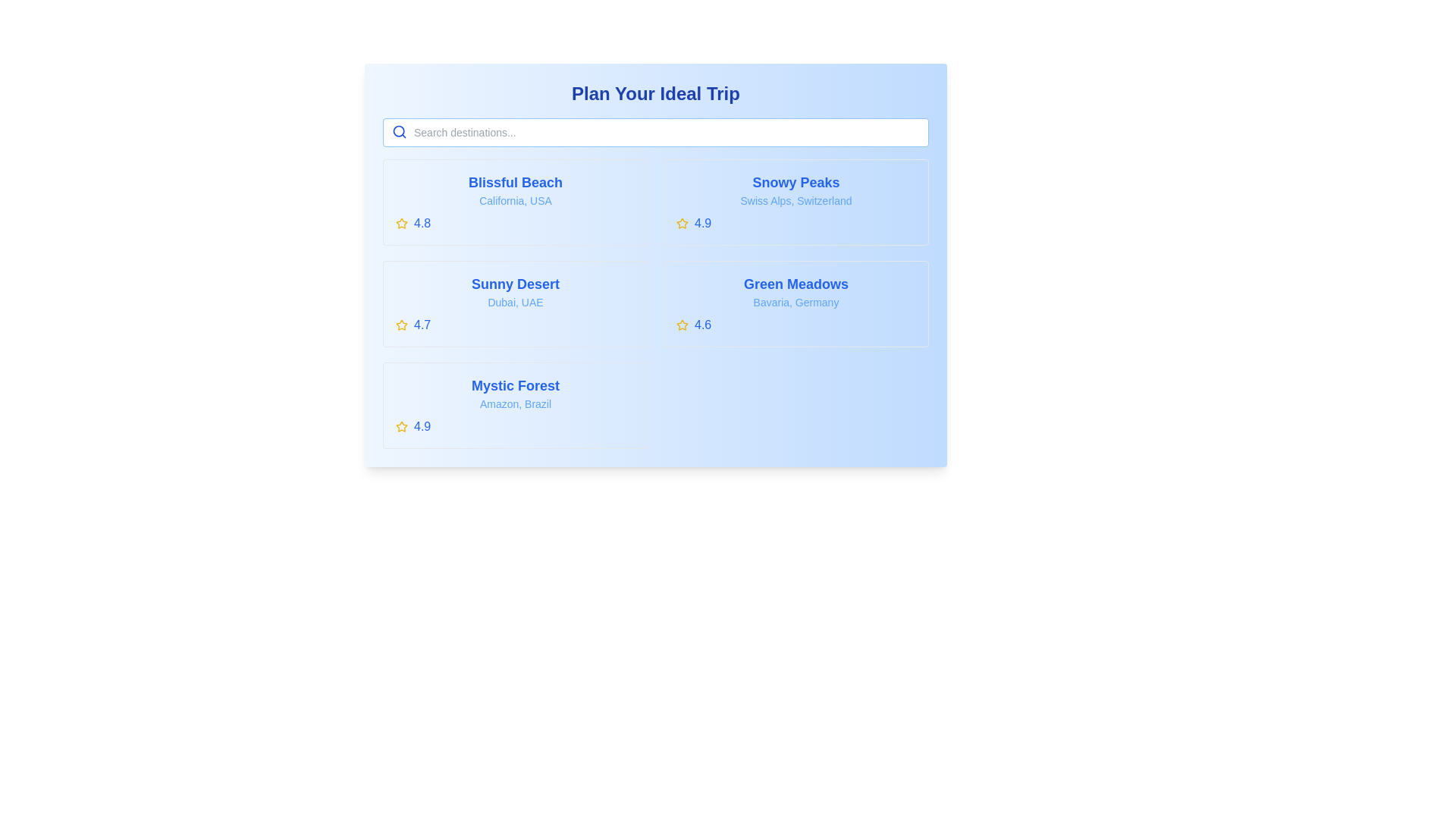 Image resolution: width=1456 pixels, height=819 pixels. Describe the element at coordinates (682, 324) in the screenshot. I see `the rating icon indicating quality or popularity within the 'Green Meadows' card, which is located in the top-left corner of the card's content area` at that location.